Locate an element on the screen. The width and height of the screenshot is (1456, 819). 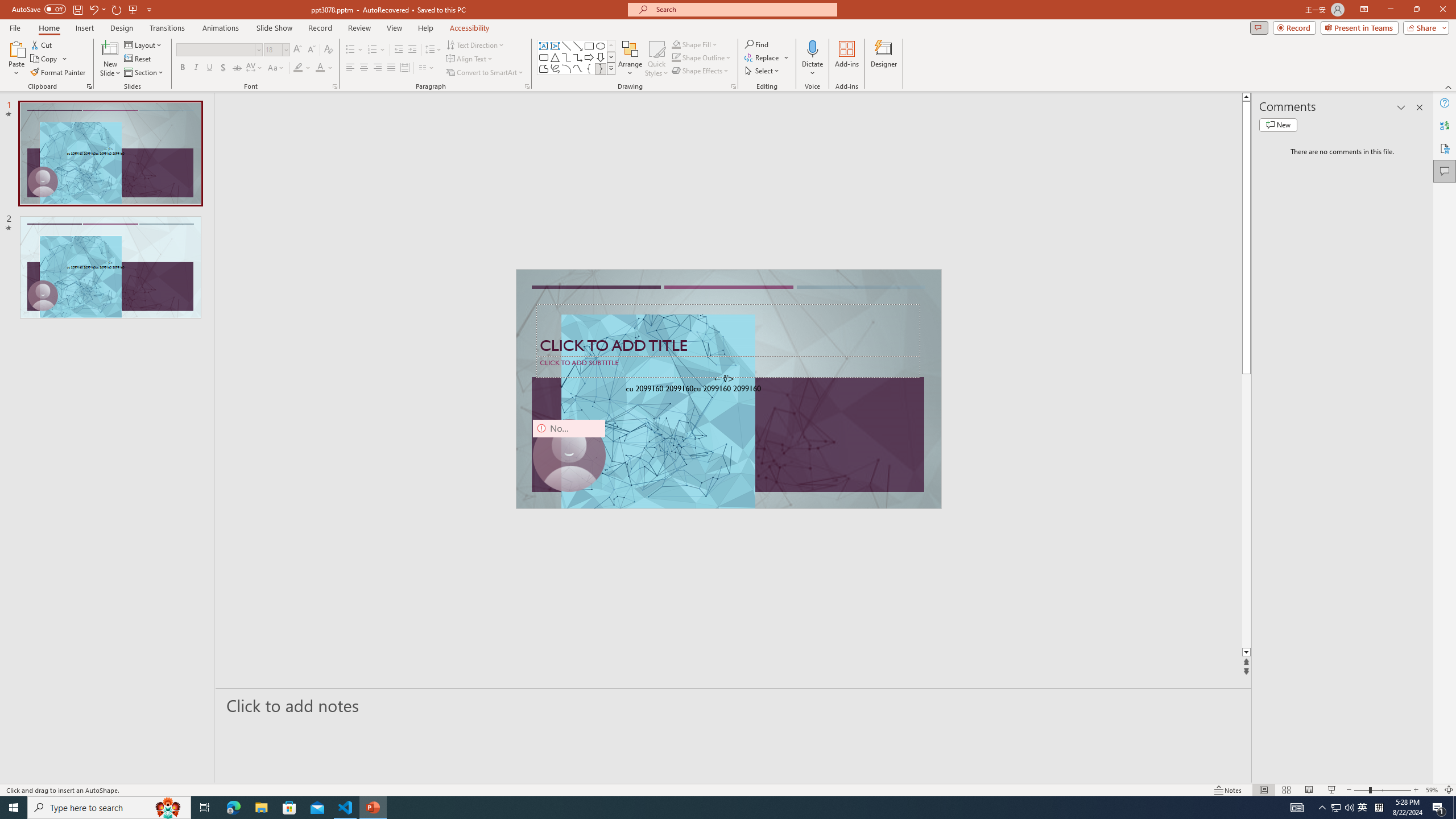
'New Slide' is located at coordinates (110, 59).